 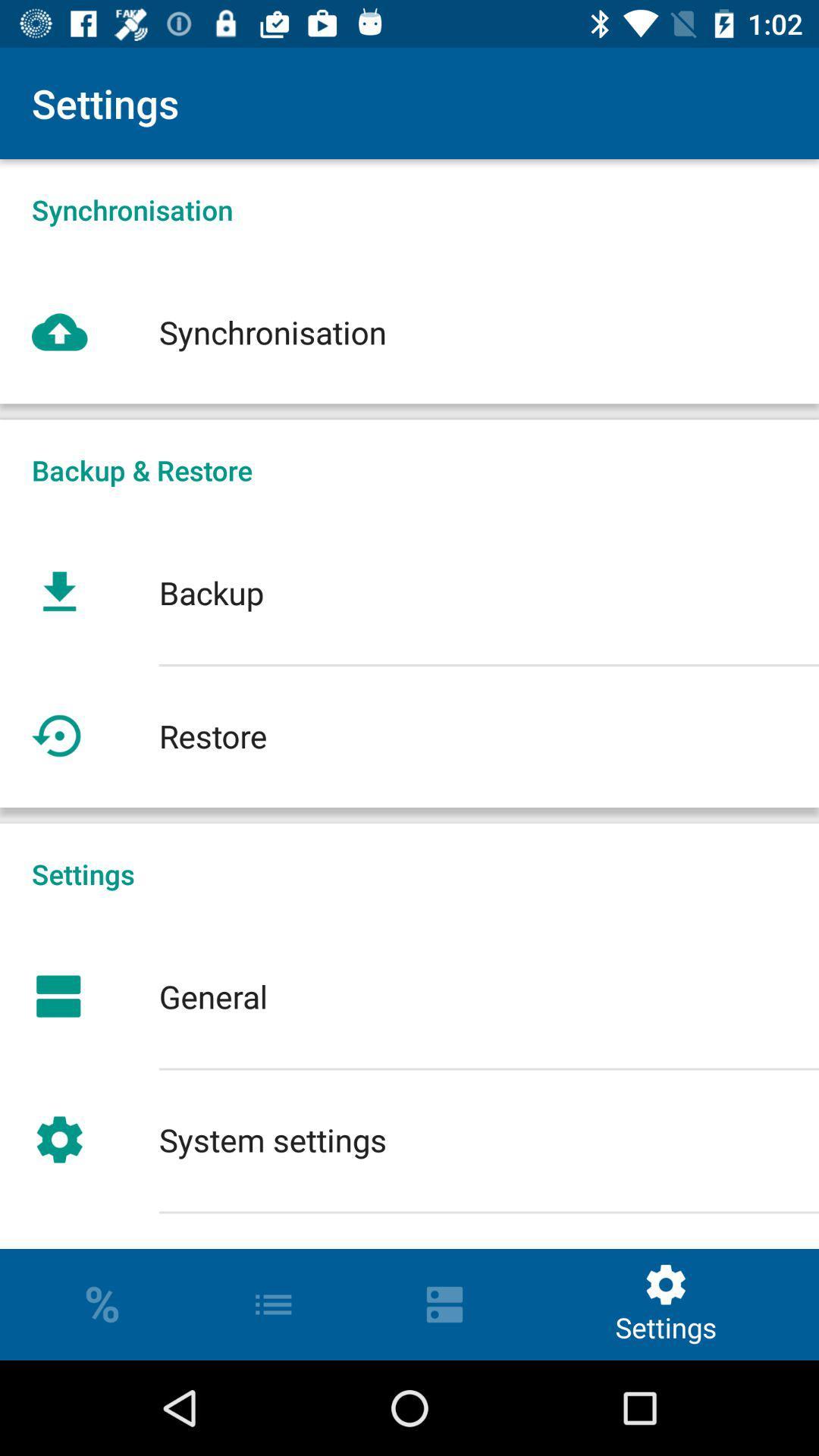 I want to click on general icon, so click(x=409, y=996).